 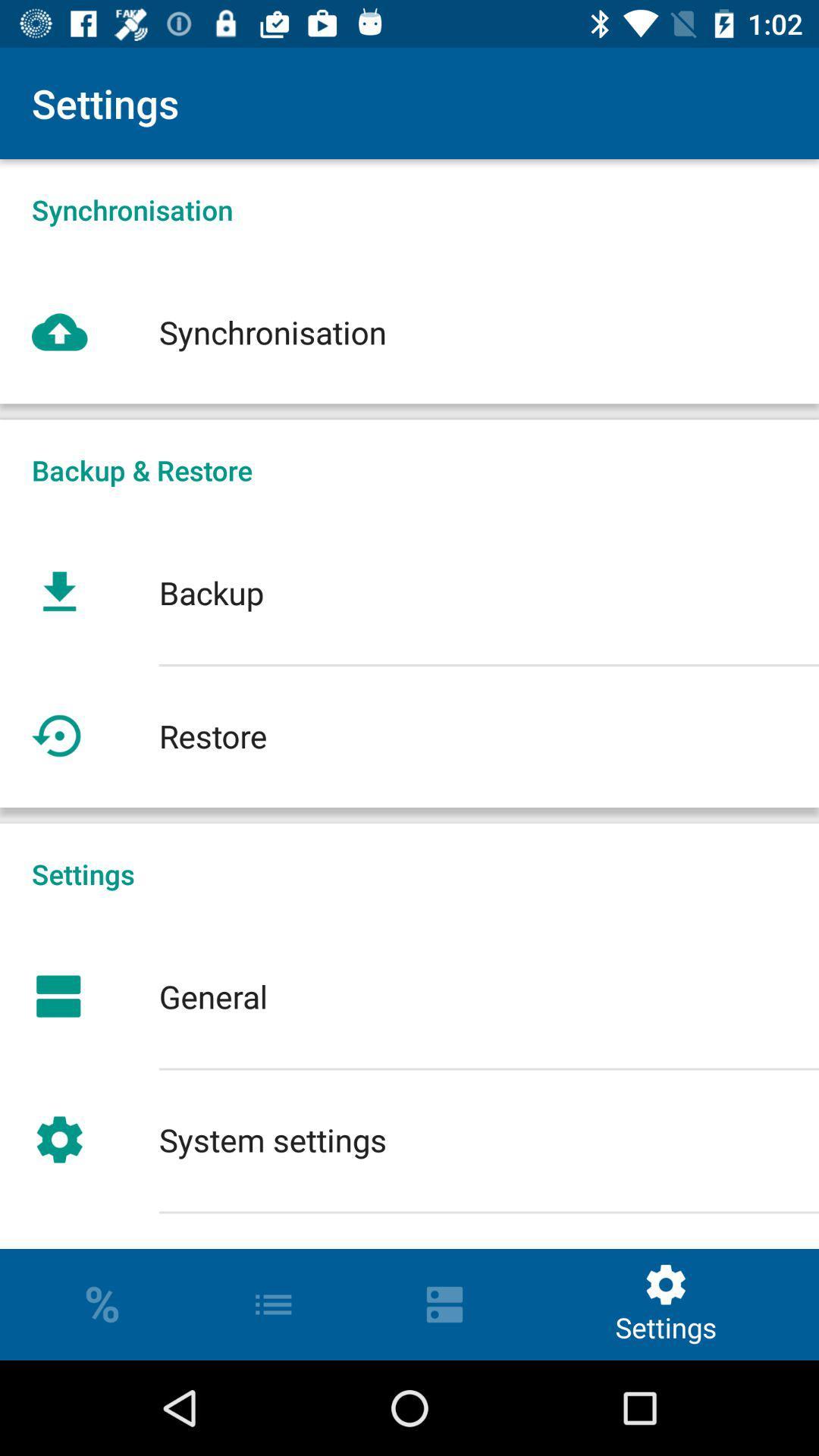 I want to click on general icon, so click(x=409, y=996).